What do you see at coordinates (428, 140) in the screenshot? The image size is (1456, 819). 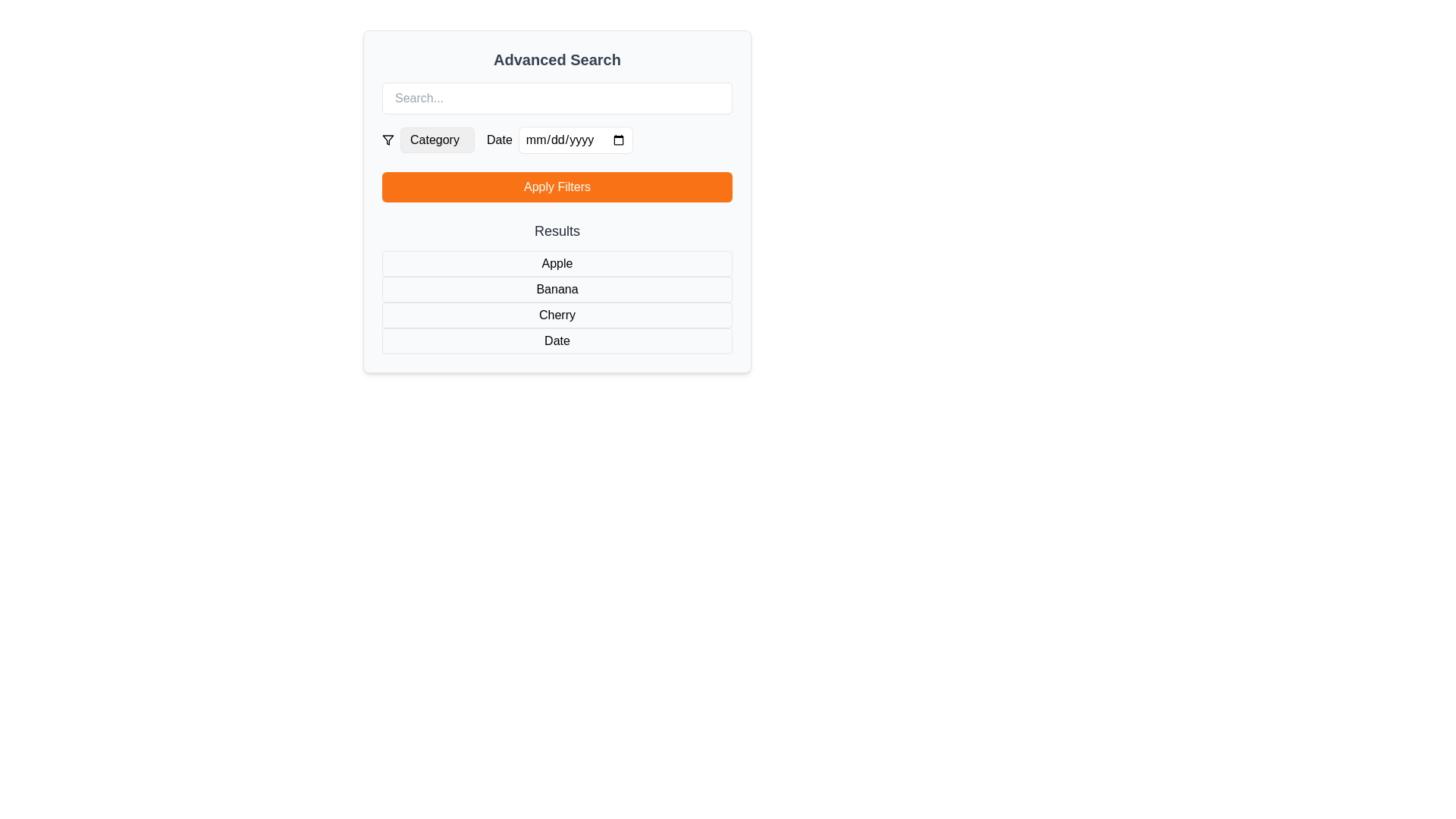 I see `the leftmost dropdown menu element in the upper section of the panel` at bounding box center [428, 140].